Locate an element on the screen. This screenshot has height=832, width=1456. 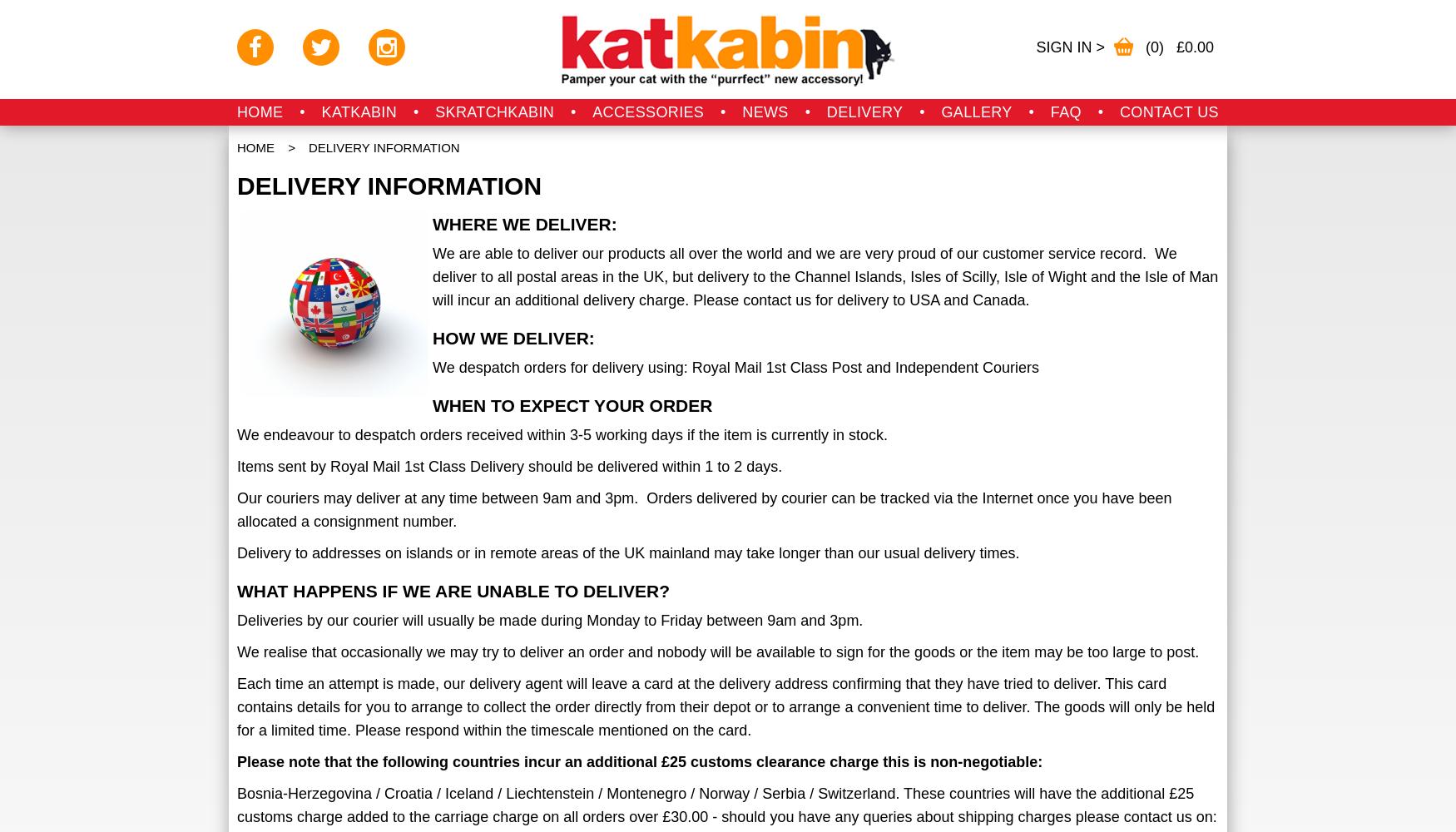
'We endeavour to despatch orders received within 3-5 working days if the item is currently in stock.' is located at coordinates (562, 435).